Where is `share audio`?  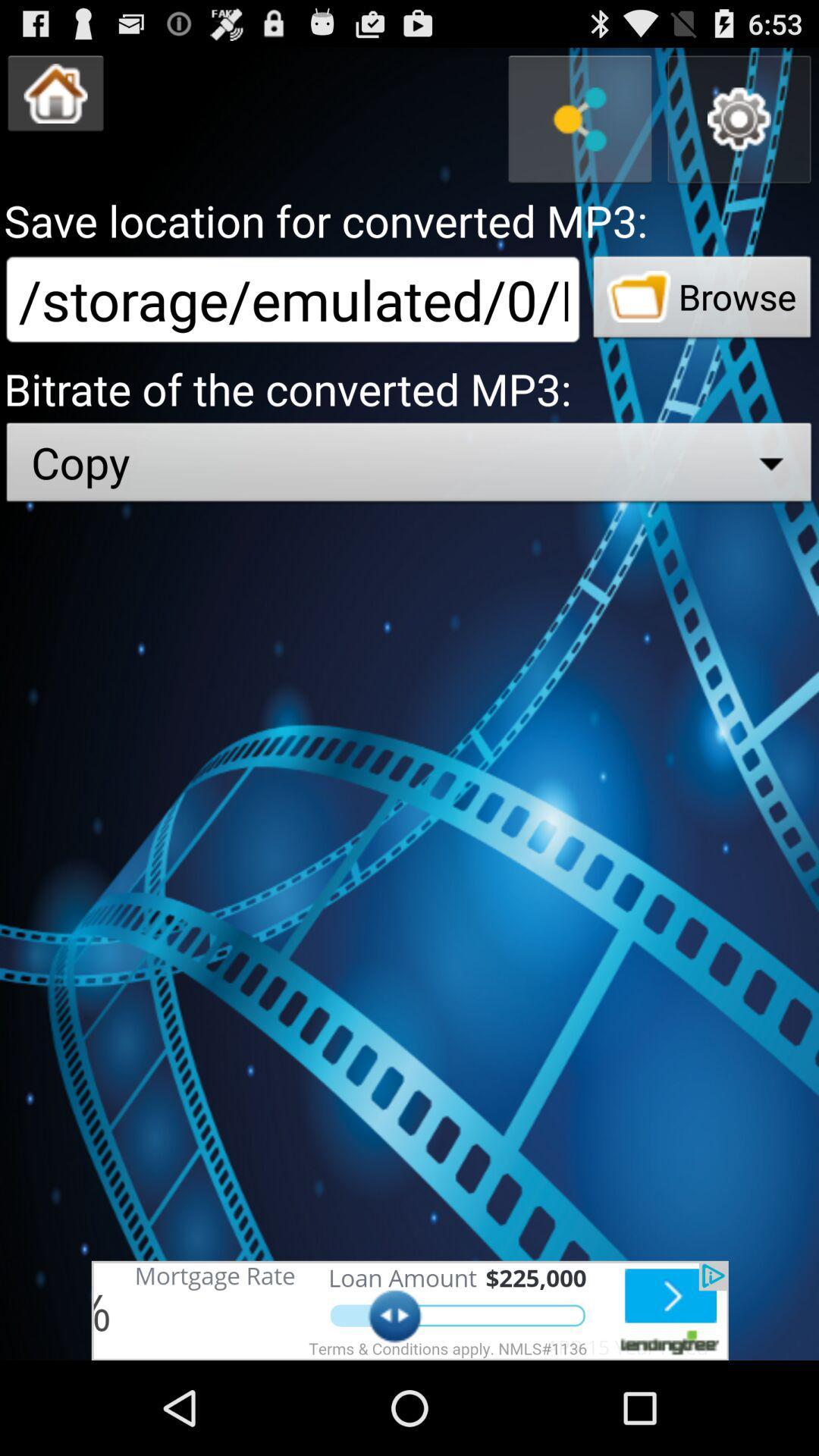 share audio is located at coordinates (579, 118).